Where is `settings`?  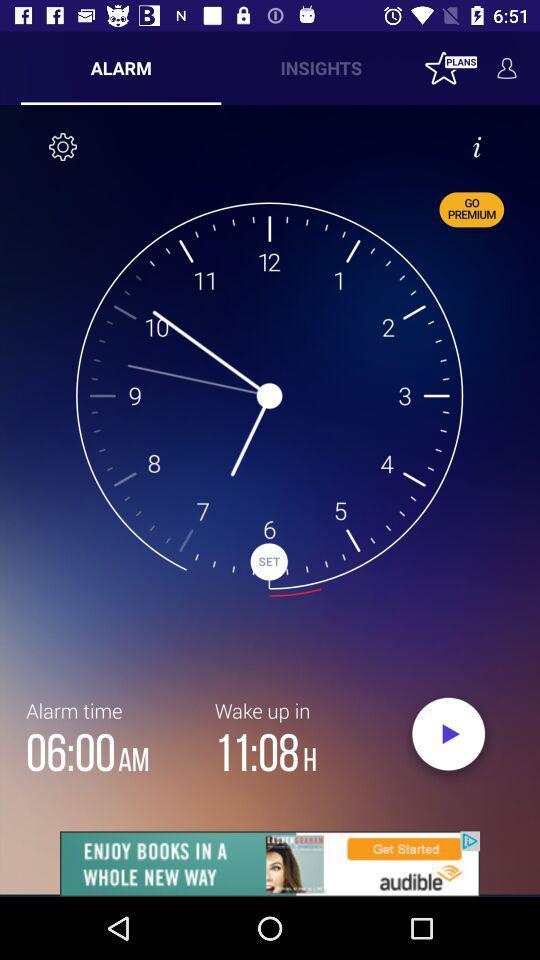
settings is located at coordinates (63, 145).